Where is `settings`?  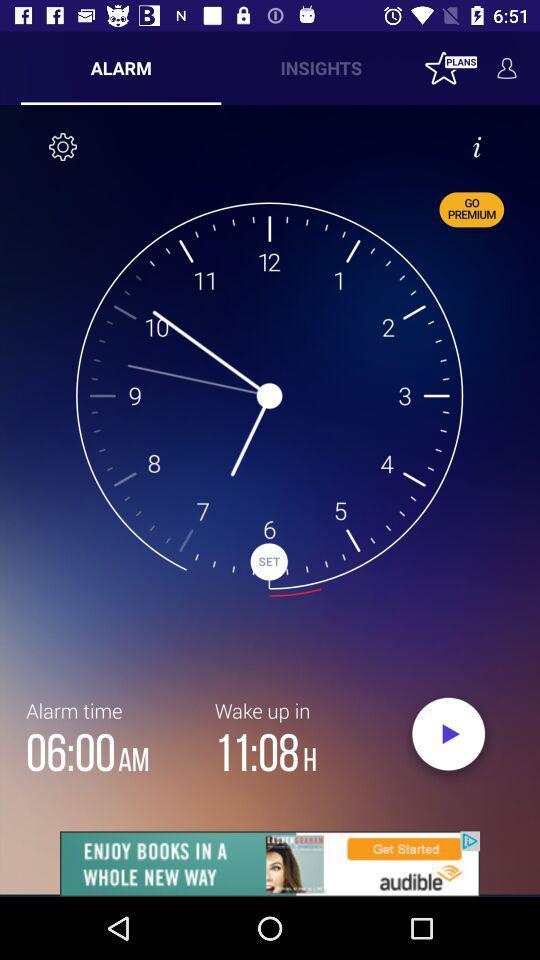
settings is located at coordinates (63, 145).